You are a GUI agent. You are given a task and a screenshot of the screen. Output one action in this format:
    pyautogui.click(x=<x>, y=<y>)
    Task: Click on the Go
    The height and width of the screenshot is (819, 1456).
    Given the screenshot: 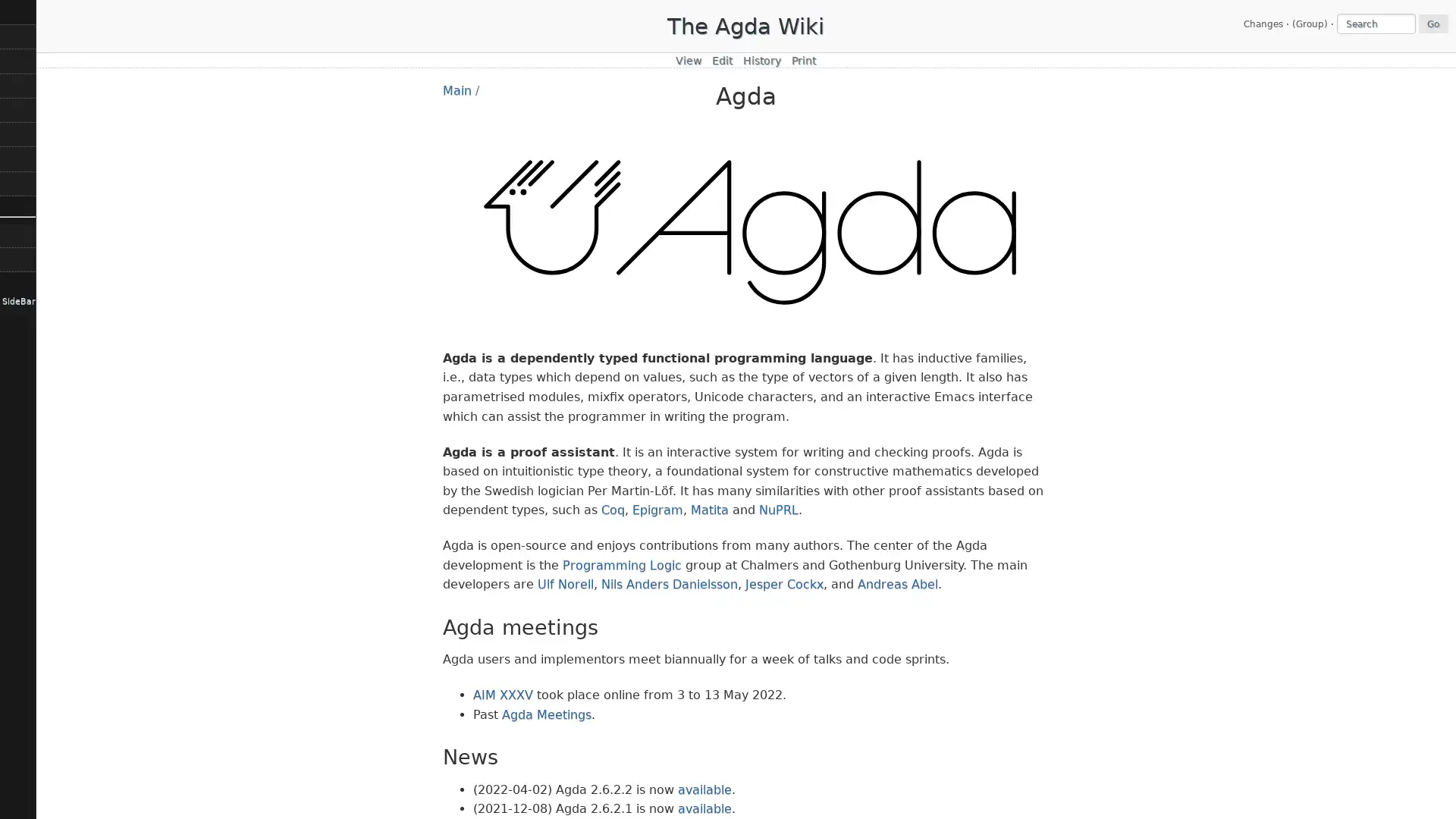 What is the action you would take?
    pyautogui.click(x=1432, y=23)
    